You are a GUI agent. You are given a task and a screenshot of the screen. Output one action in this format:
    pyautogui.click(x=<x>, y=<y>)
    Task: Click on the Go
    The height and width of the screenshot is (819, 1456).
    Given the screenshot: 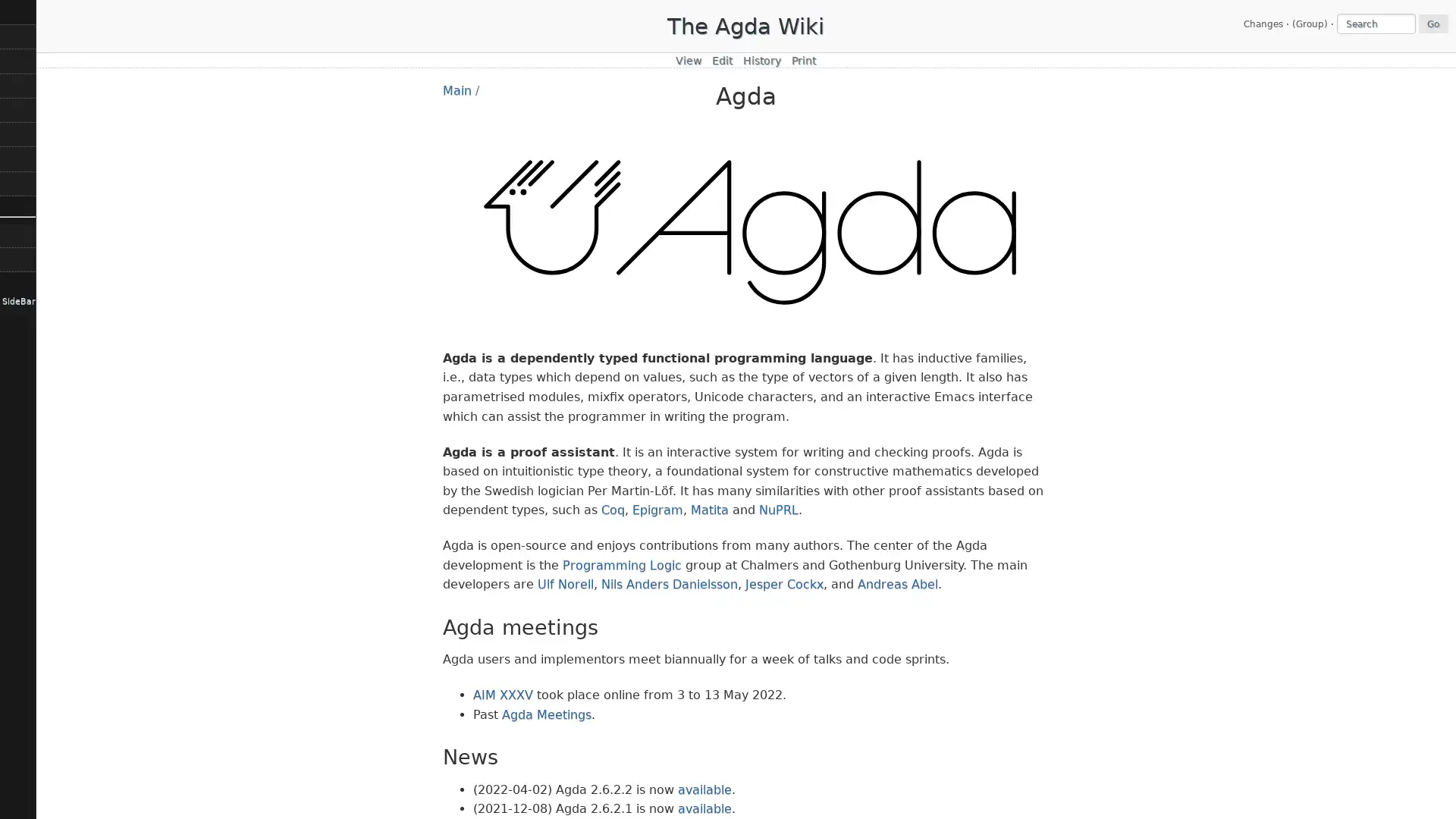 What is the action you would take?
    pyautogui.click(x=1432, y=23)
    